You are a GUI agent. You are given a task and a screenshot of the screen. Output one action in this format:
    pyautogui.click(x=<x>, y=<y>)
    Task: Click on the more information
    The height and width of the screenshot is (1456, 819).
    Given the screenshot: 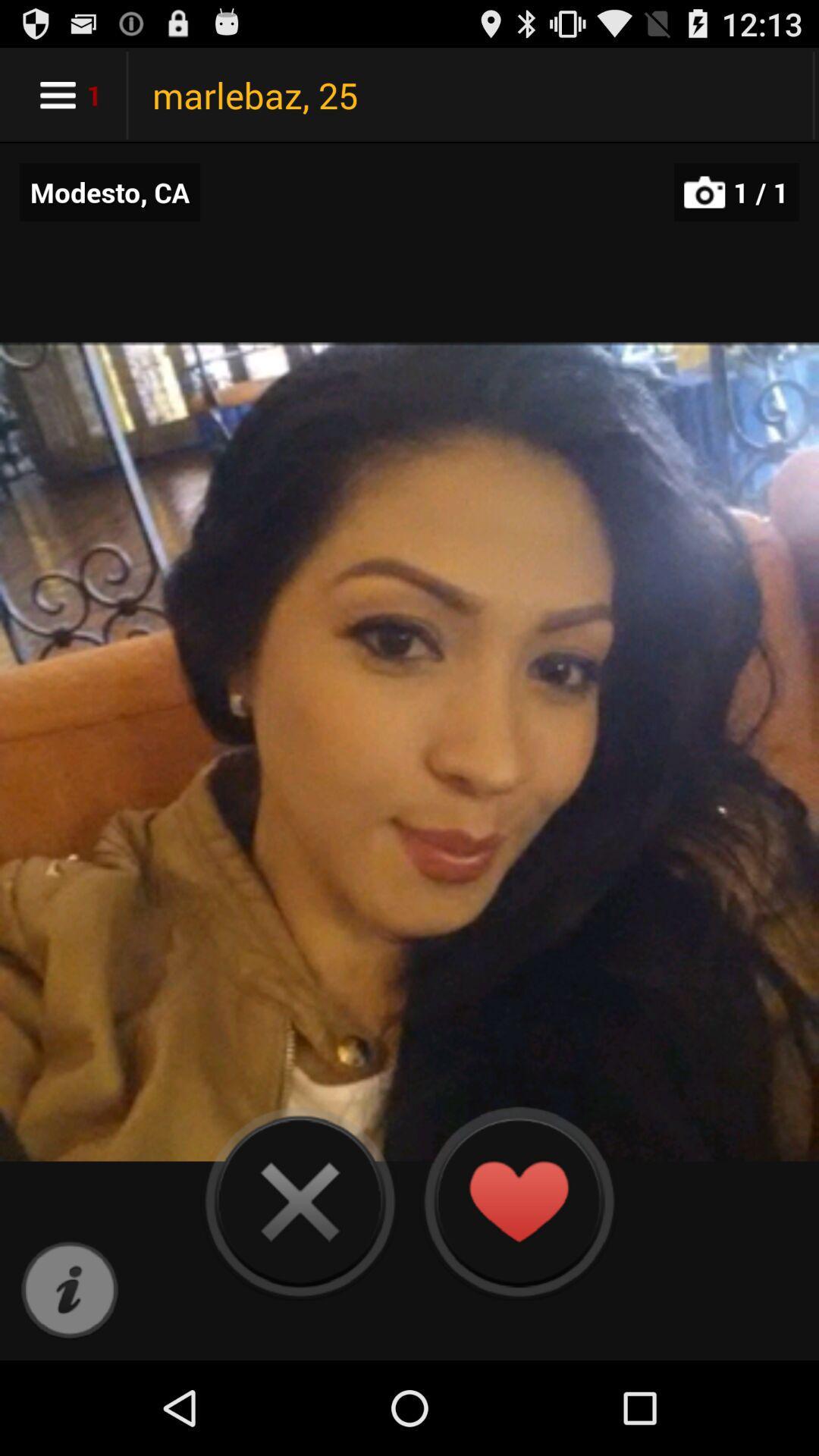 What is the action you would take?
    pyautogui.click(x=69, y=1290)
    